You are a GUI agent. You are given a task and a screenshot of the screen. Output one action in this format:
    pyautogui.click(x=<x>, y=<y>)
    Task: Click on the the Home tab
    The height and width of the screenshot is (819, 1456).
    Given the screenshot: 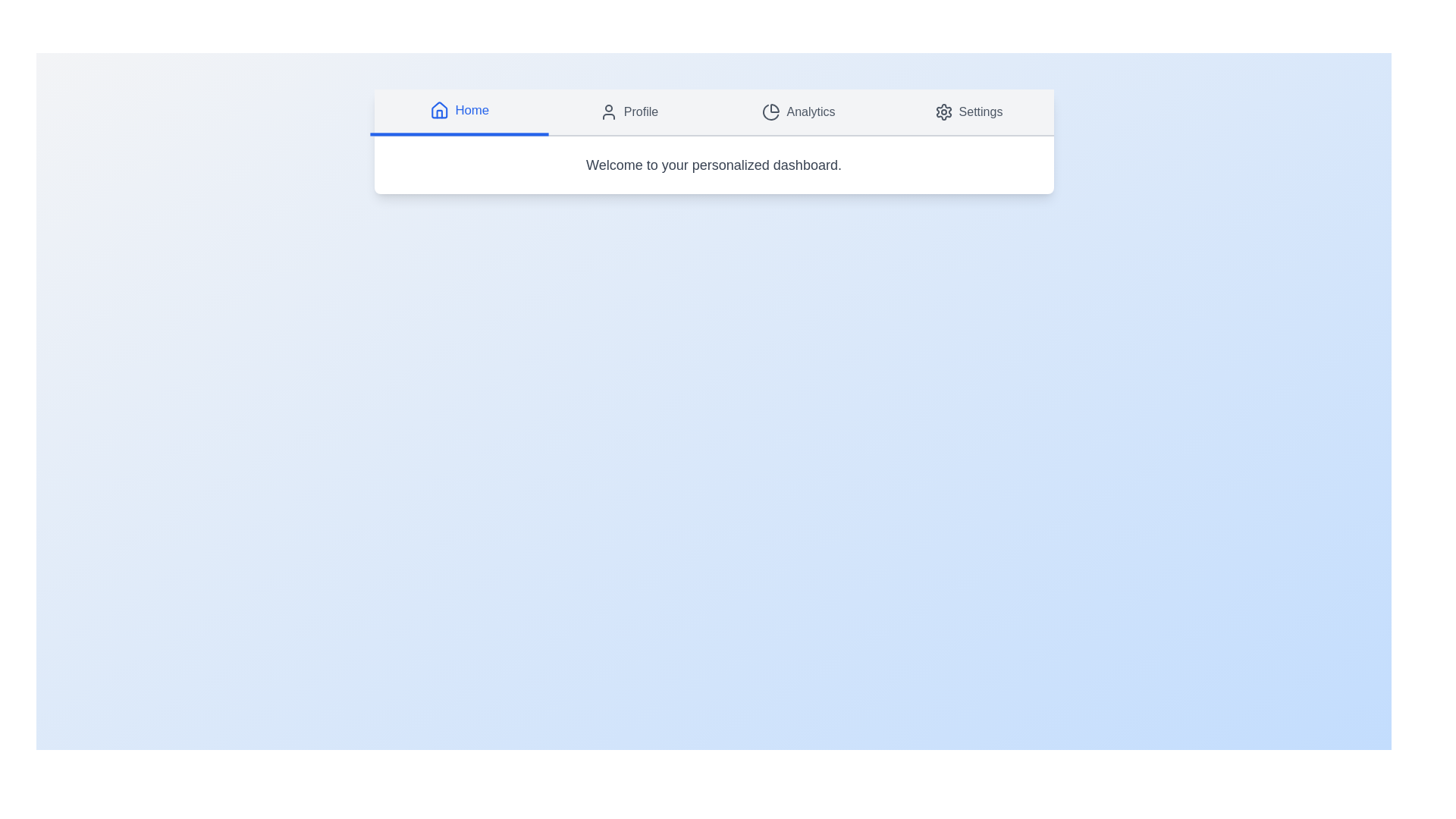 What is the action you would take?
    pyautogui.click(x=458, y=111)
    